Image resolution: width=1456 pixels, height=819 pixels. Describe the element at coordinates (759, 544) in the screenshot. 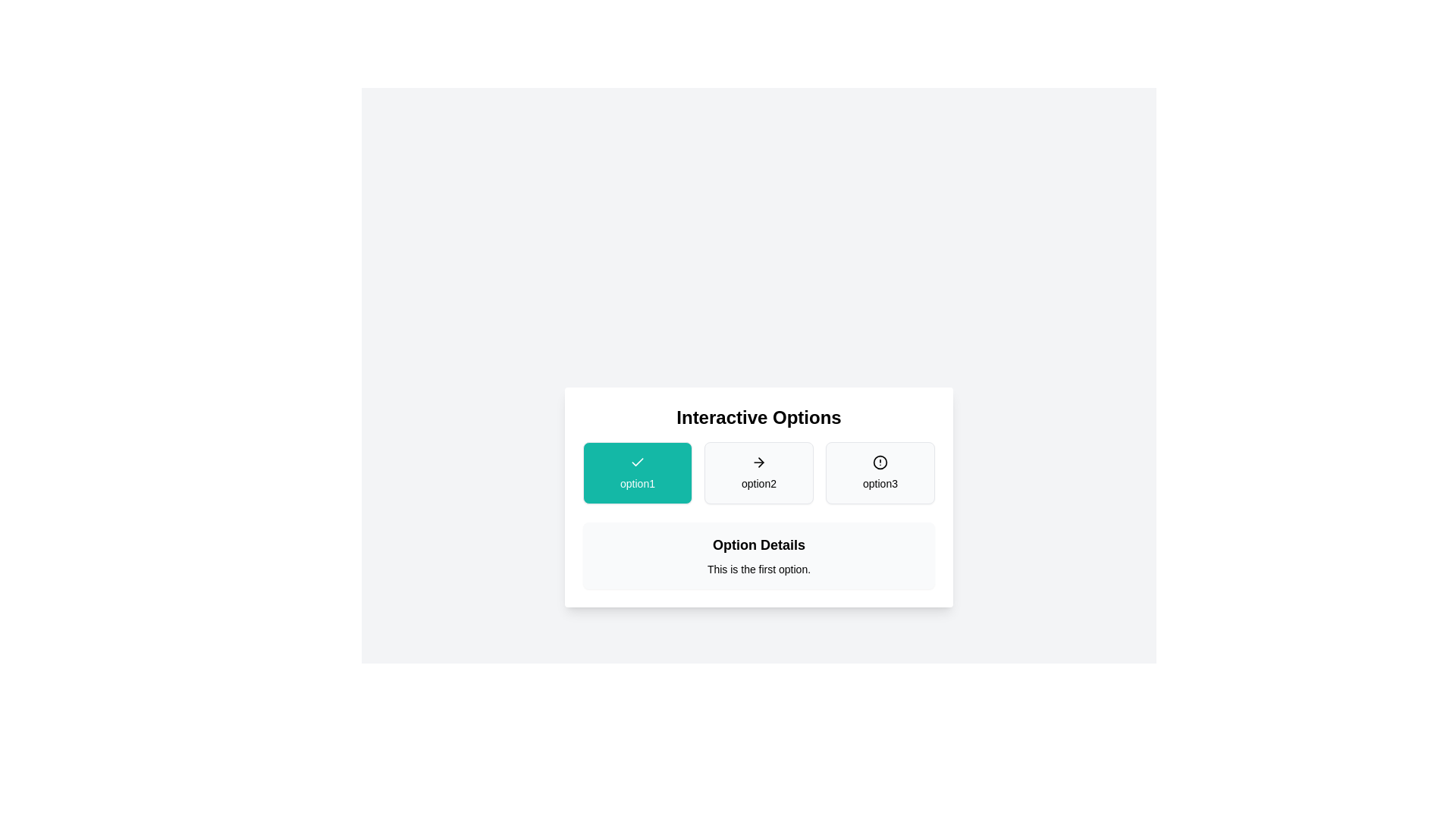

I see `the text label or heading that serves as a title for the first option, positioned above the sibling text 'This is the first option.'` at that location.